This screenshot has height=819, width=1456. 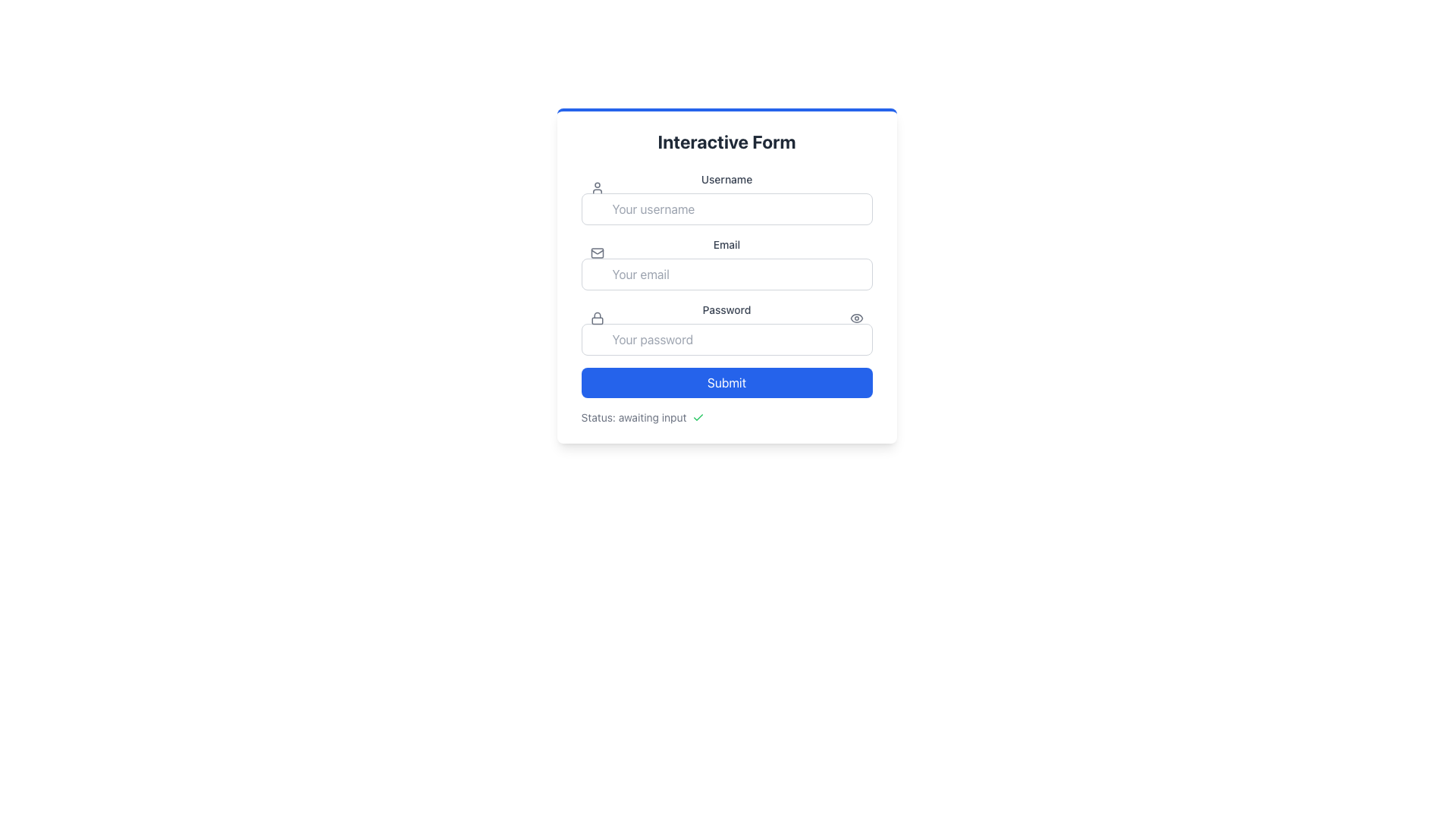 I want to click on the lock icon that visually indicates the password input field, located at the top-left corner of the input box, so click(x=596, y=318).